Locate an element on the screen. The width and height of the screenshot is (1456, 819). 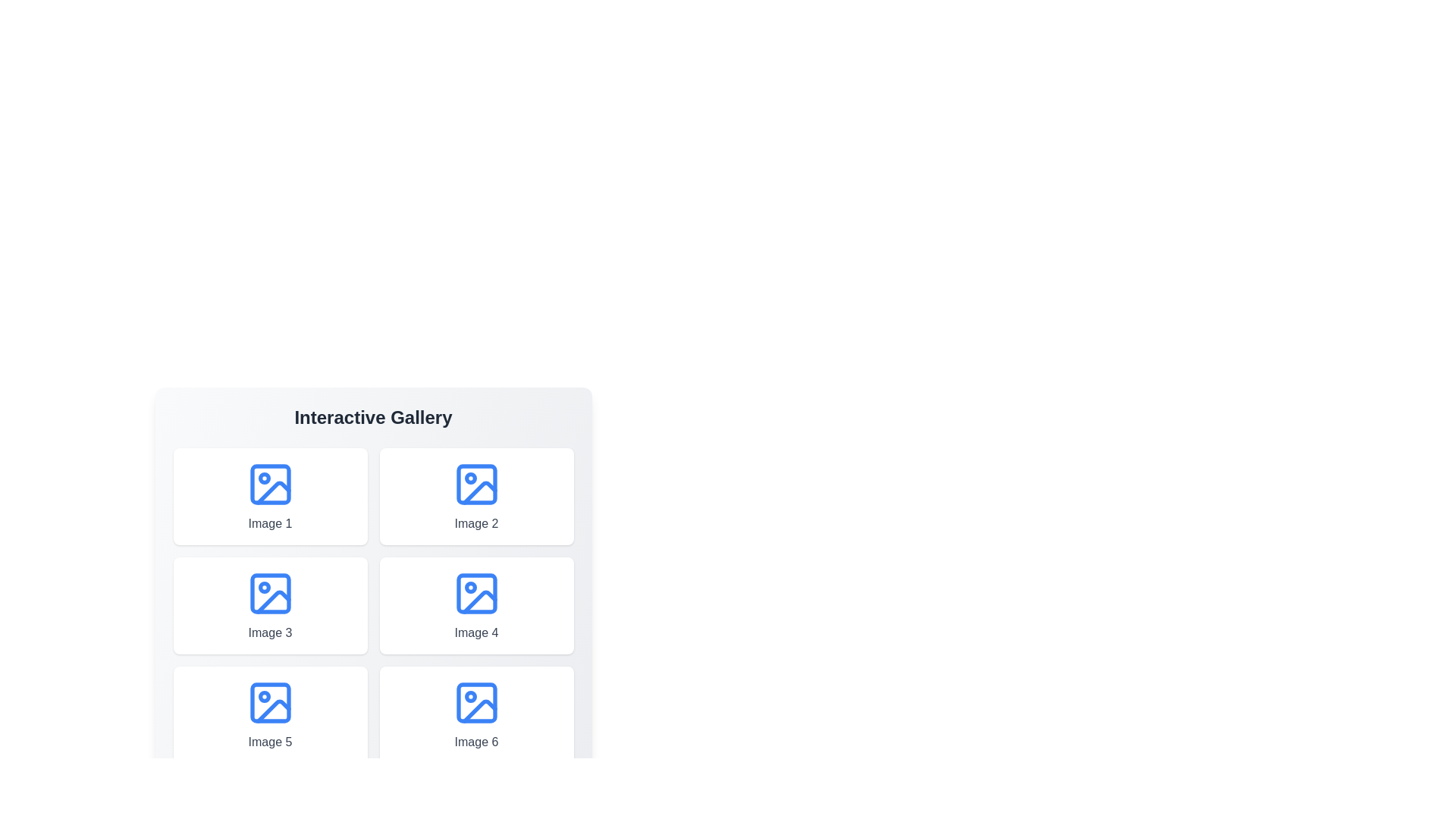
the image titled 'Image 2' to see its hover effect is located at coordinates (475, 497).